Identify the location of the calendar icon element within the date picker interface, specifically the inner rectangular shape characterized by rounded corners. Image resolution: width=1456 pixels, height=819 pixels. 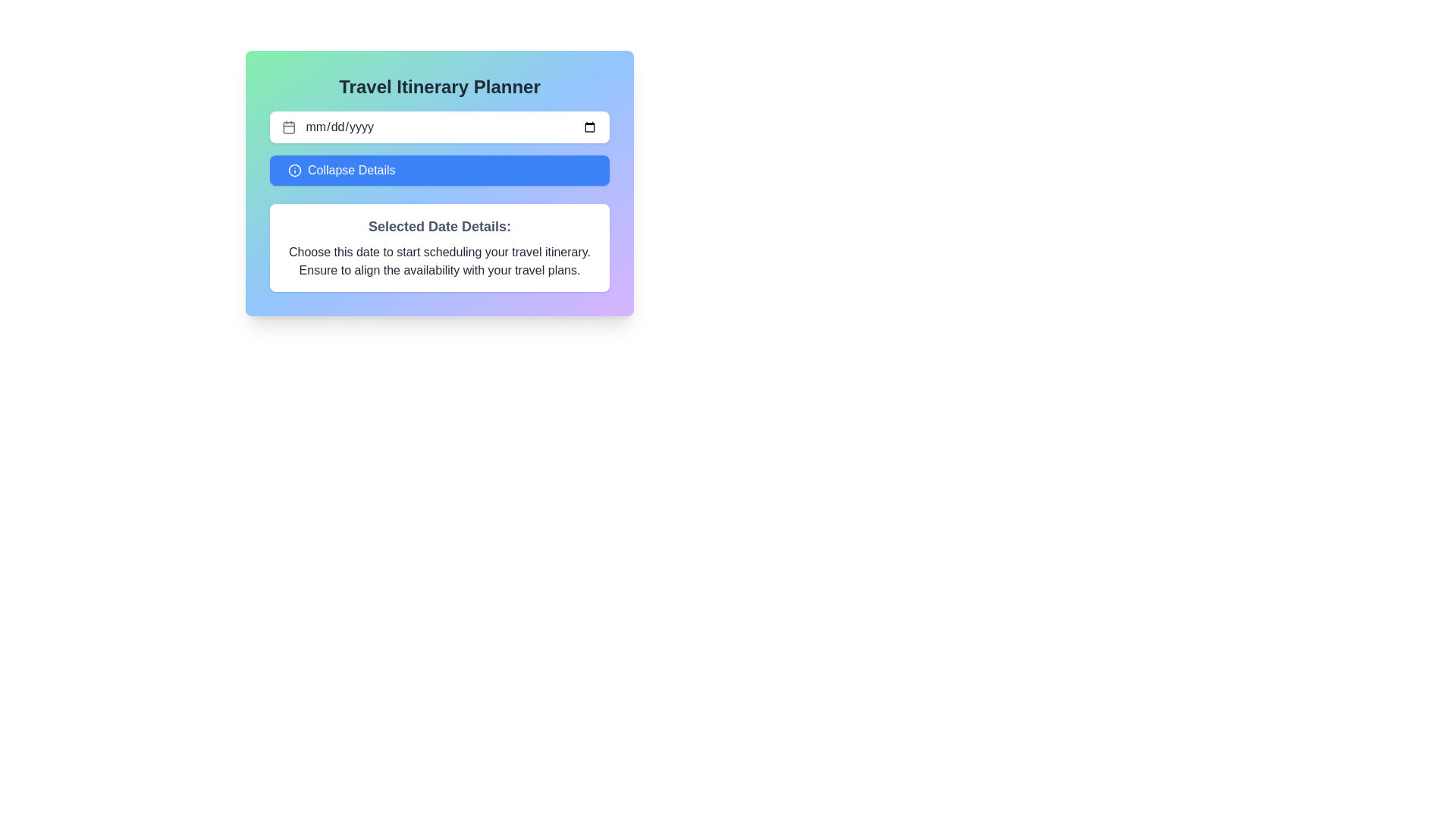
(289, 127).